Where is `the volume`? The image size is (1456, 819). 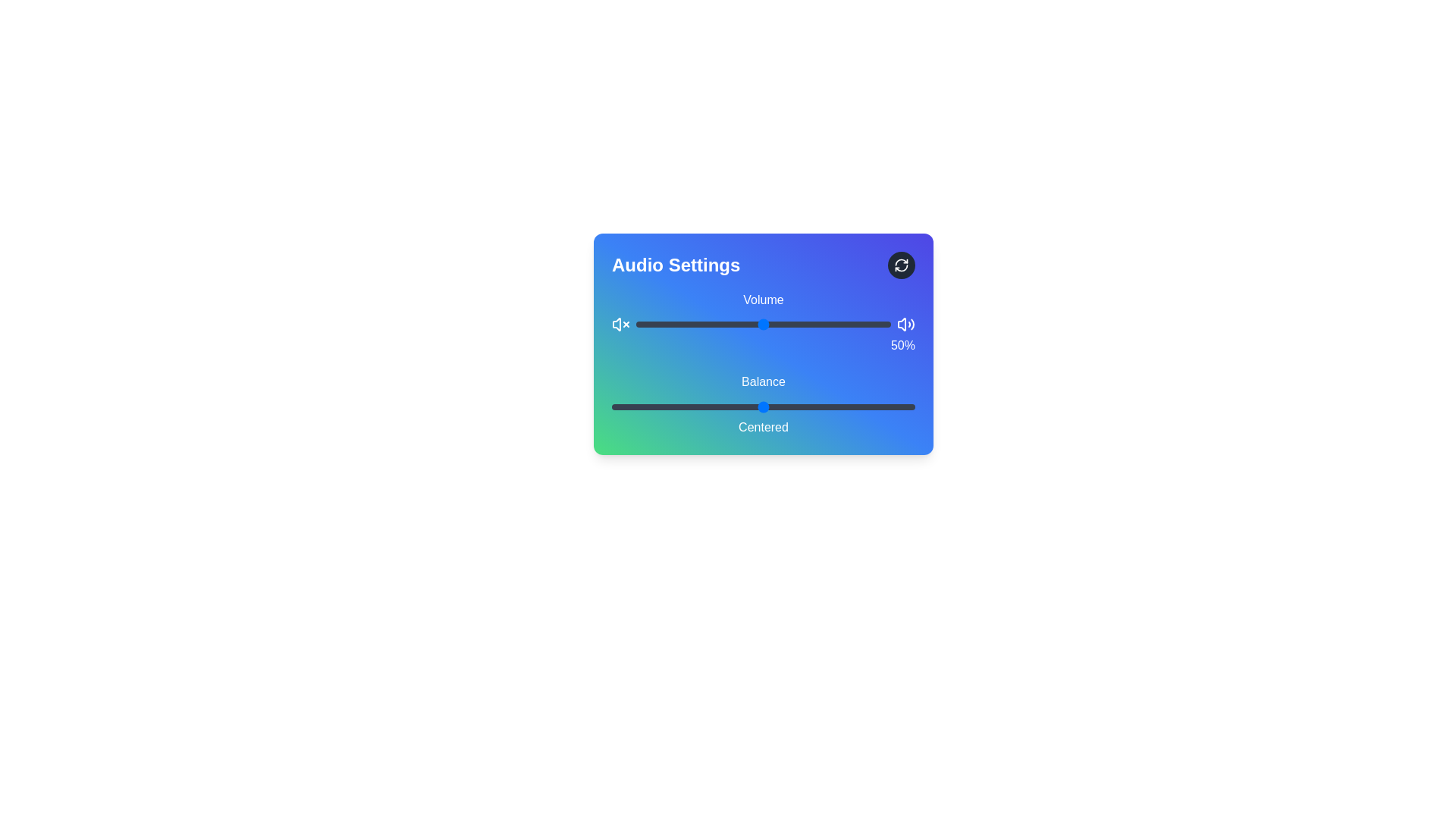
the volume is located at coordinates (698, 324).